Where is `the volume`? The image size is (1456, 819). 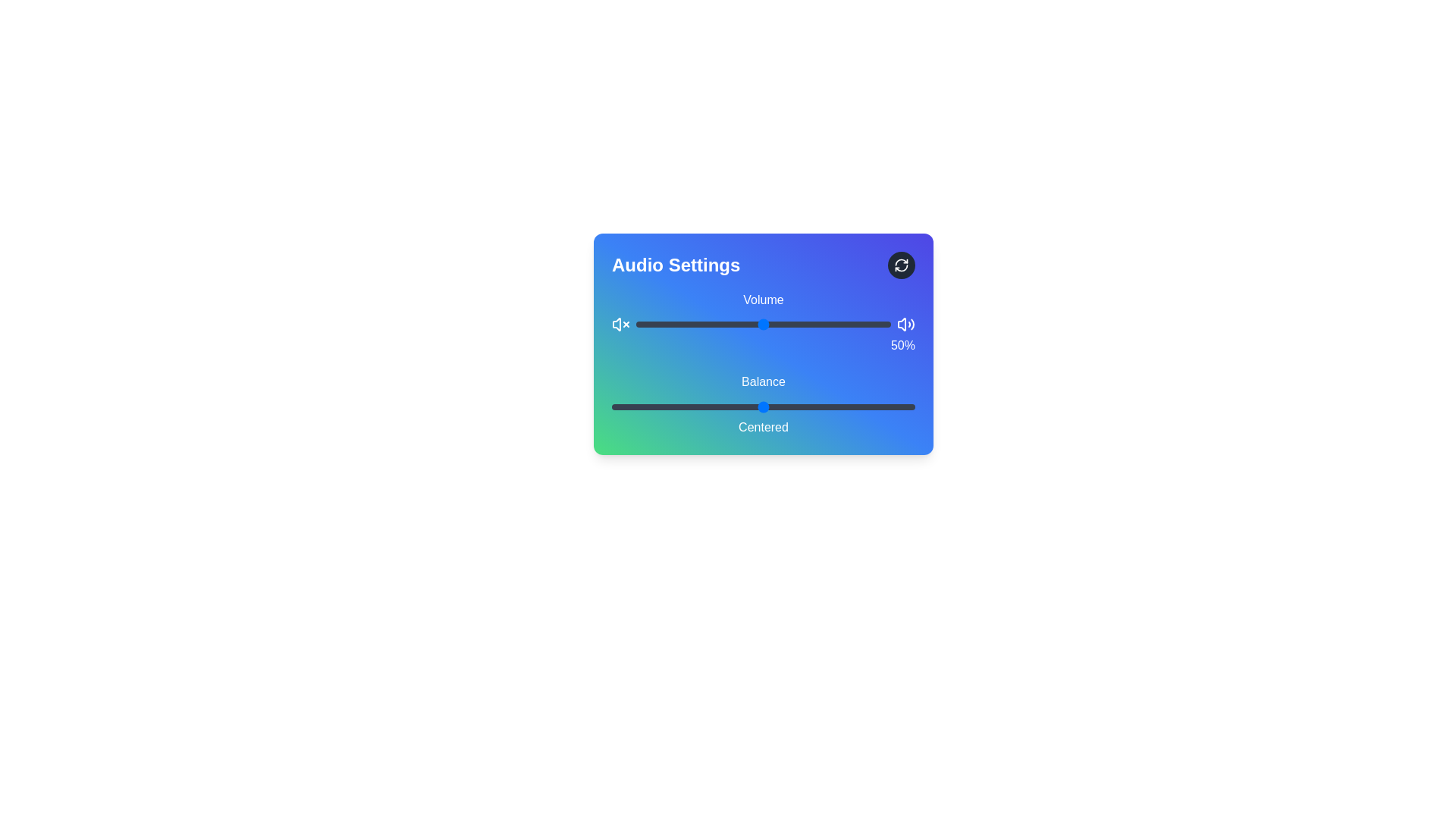
the volume is located at coordinates (698, 324).